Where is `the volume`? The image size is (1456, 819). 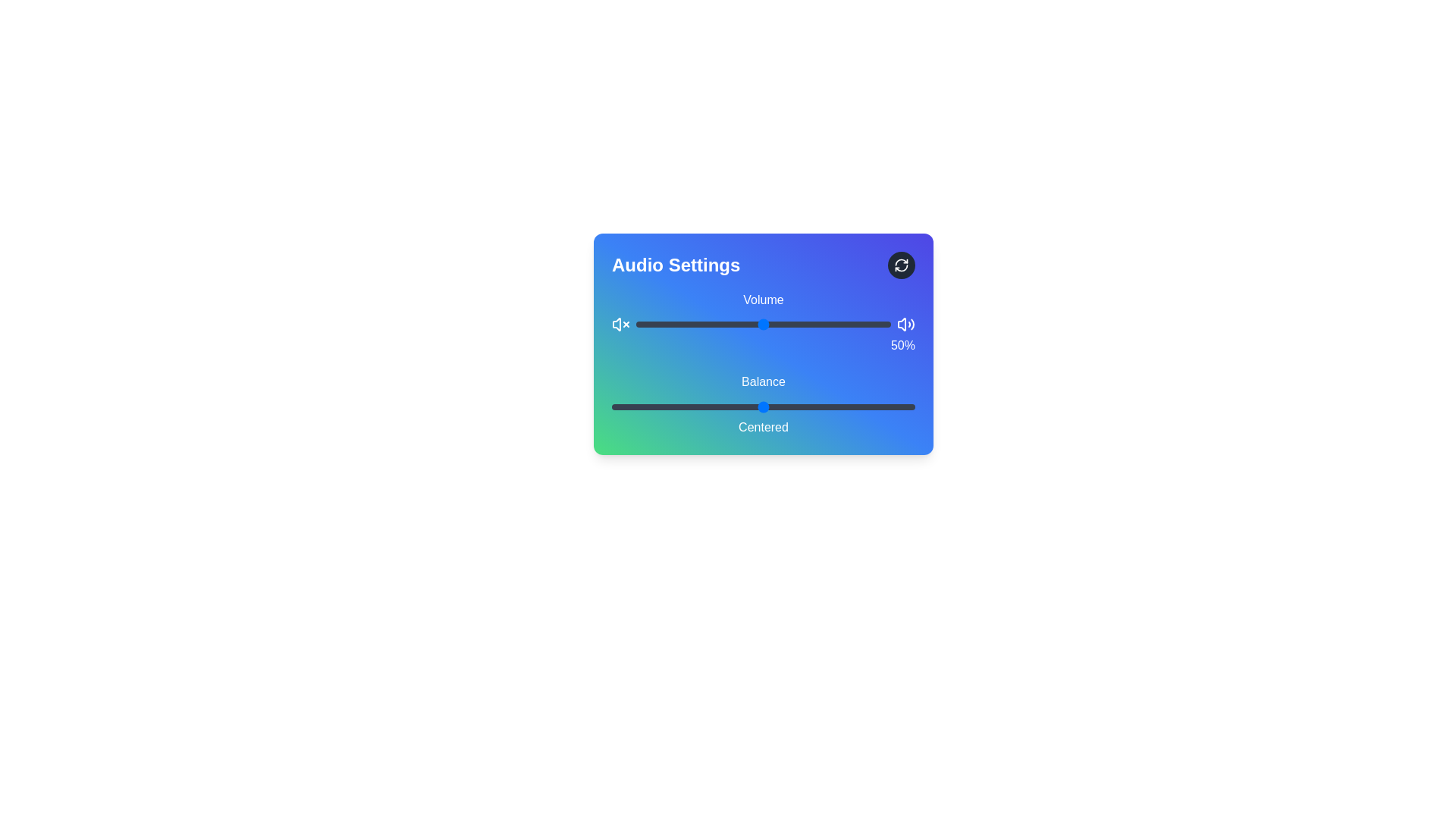
the volume is located at coordinates (698, 324).